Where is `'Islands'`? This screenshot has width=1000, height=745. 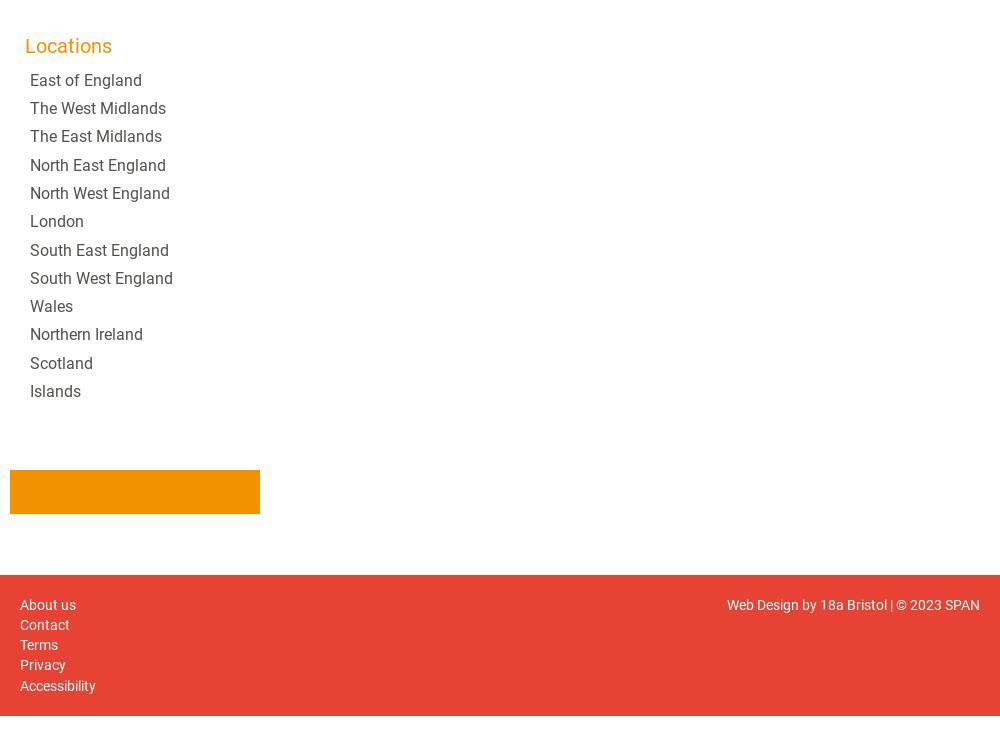
'Islands' is located at coordinates (55, 390).